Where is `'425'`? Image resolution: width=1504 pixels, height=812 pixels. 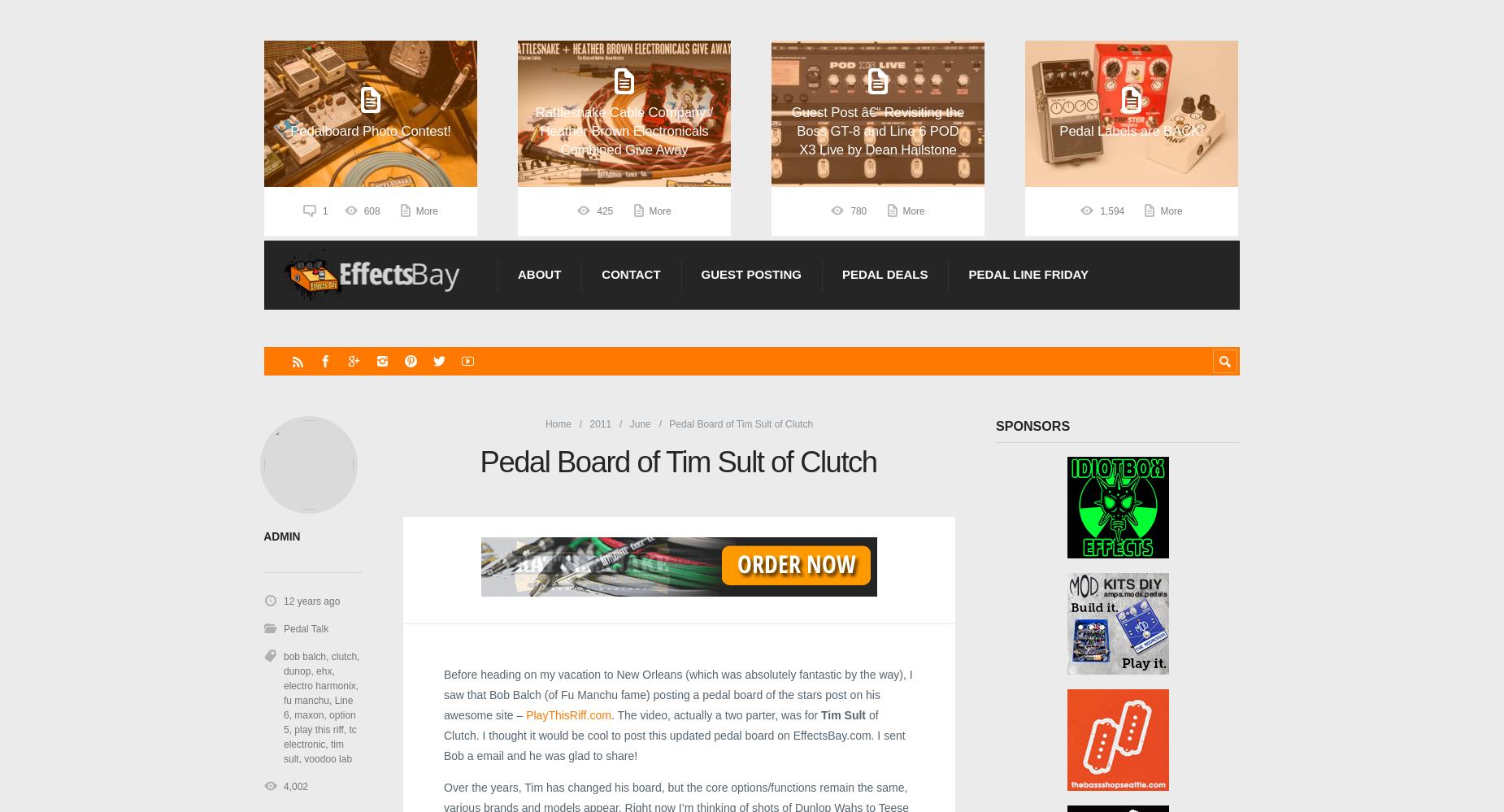 '425' is located at coordinates (605, 211).